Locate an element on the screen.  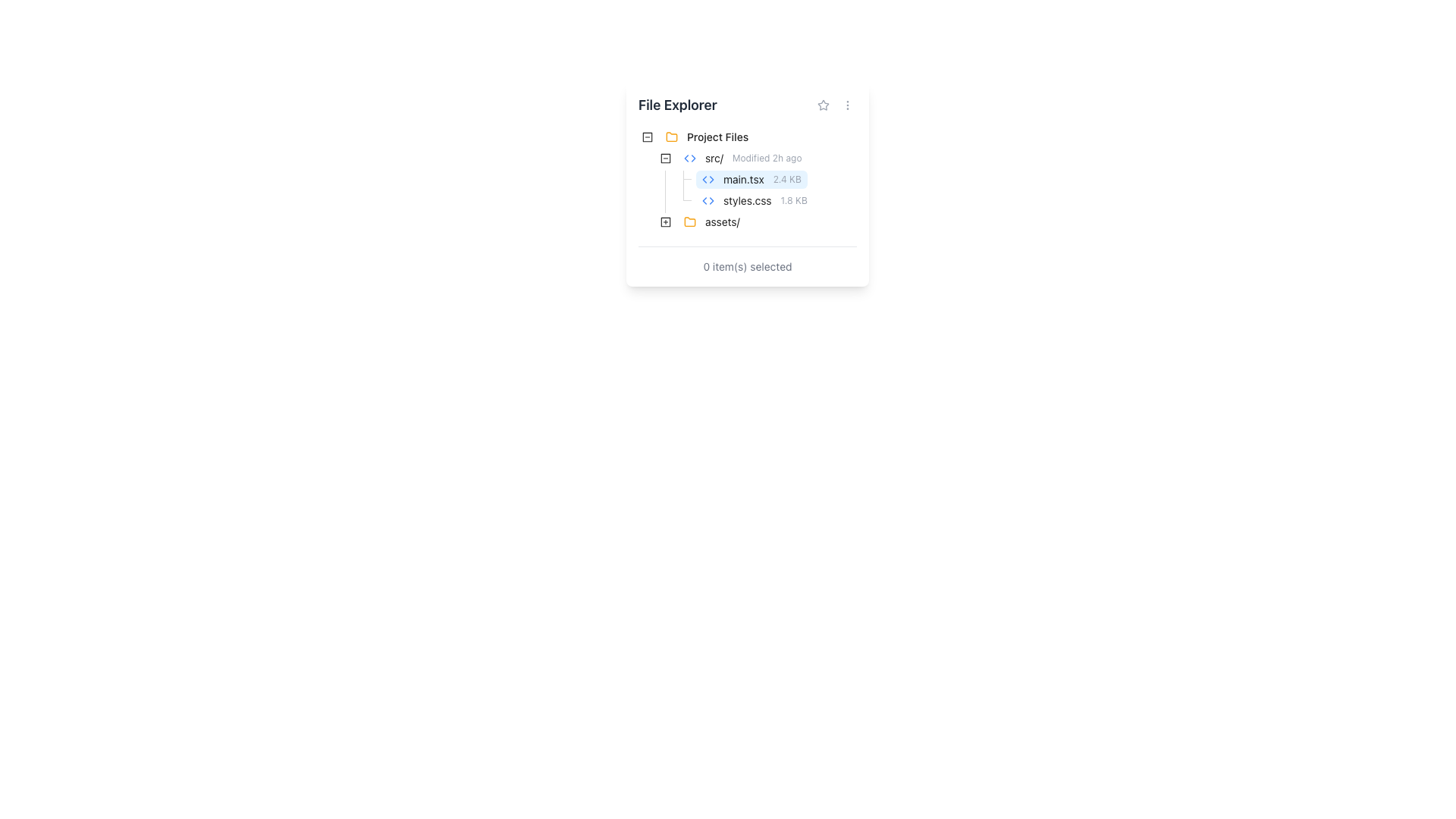
the coding icon, which is a blue icon with arrows pointing in opposite directions, located before the file named 'styles.css' in the file explorer interface is located at coordinates (708, 200).